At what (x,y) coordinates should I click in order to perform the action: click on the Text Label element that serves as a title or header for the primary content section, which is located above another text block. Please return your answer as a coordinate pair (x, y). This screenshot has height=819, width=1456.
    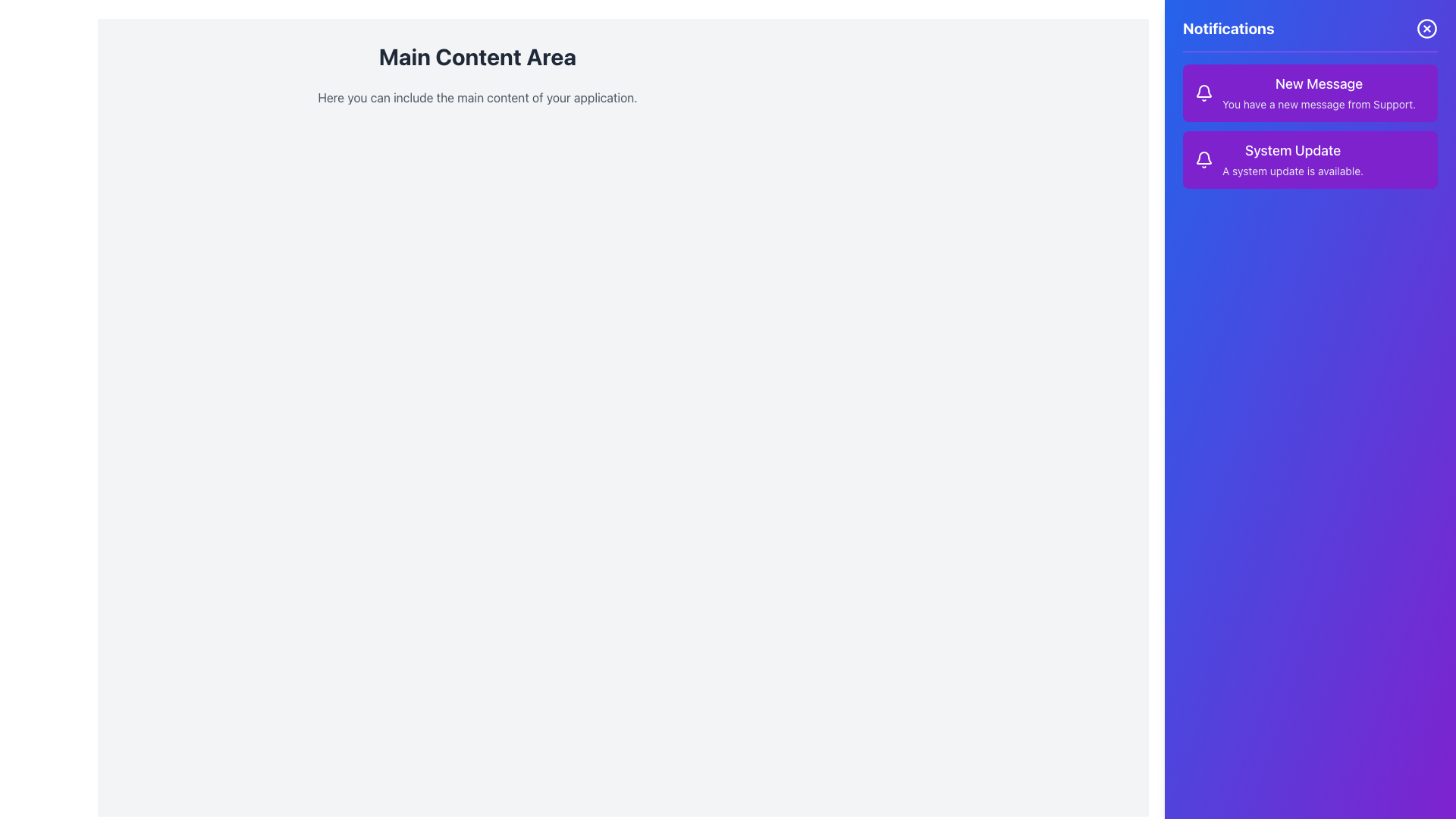
    Looking at the image, I should click on (476, 55).